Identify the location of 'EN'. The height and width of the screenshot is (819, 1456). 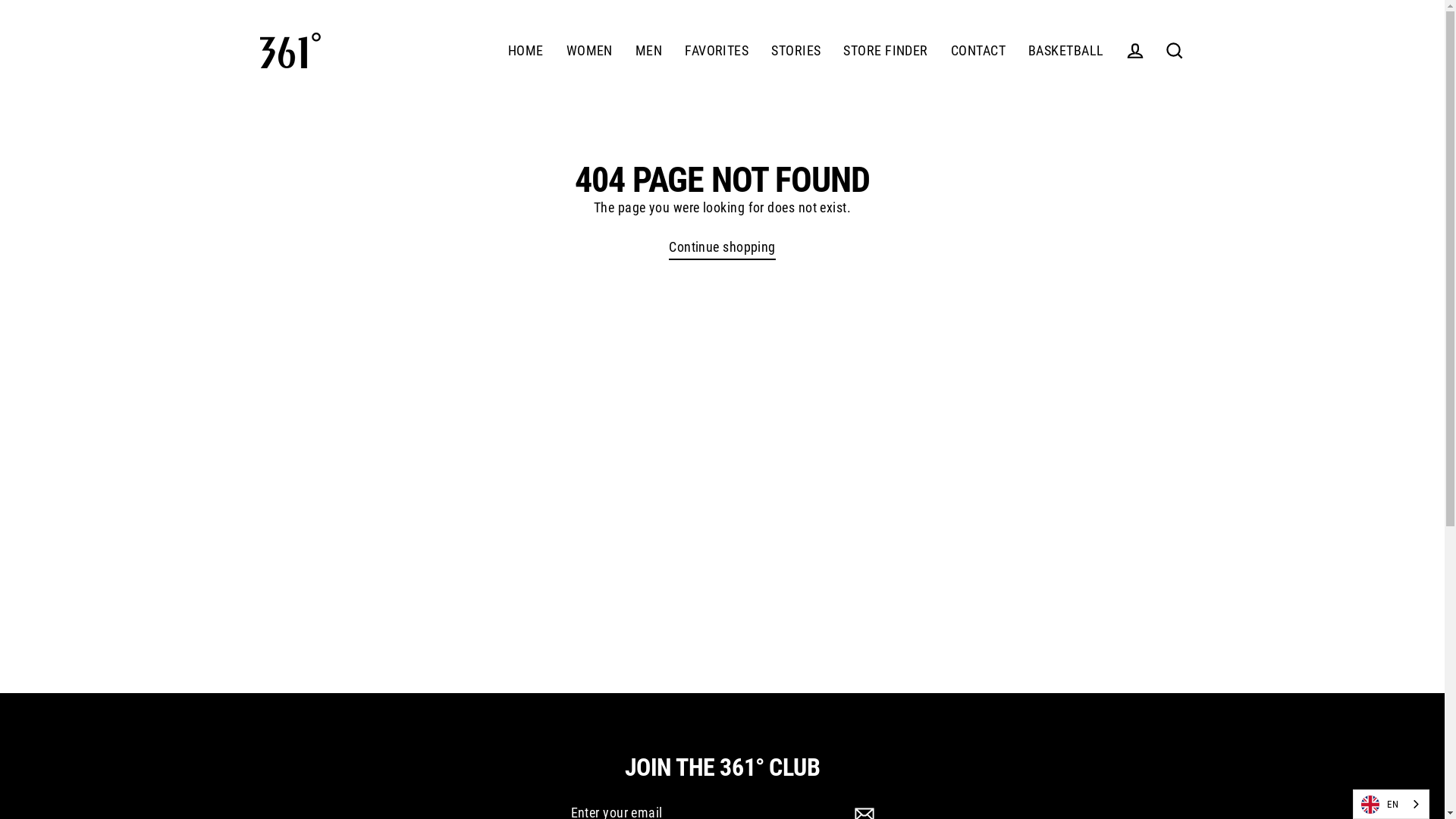
(1391, 803).